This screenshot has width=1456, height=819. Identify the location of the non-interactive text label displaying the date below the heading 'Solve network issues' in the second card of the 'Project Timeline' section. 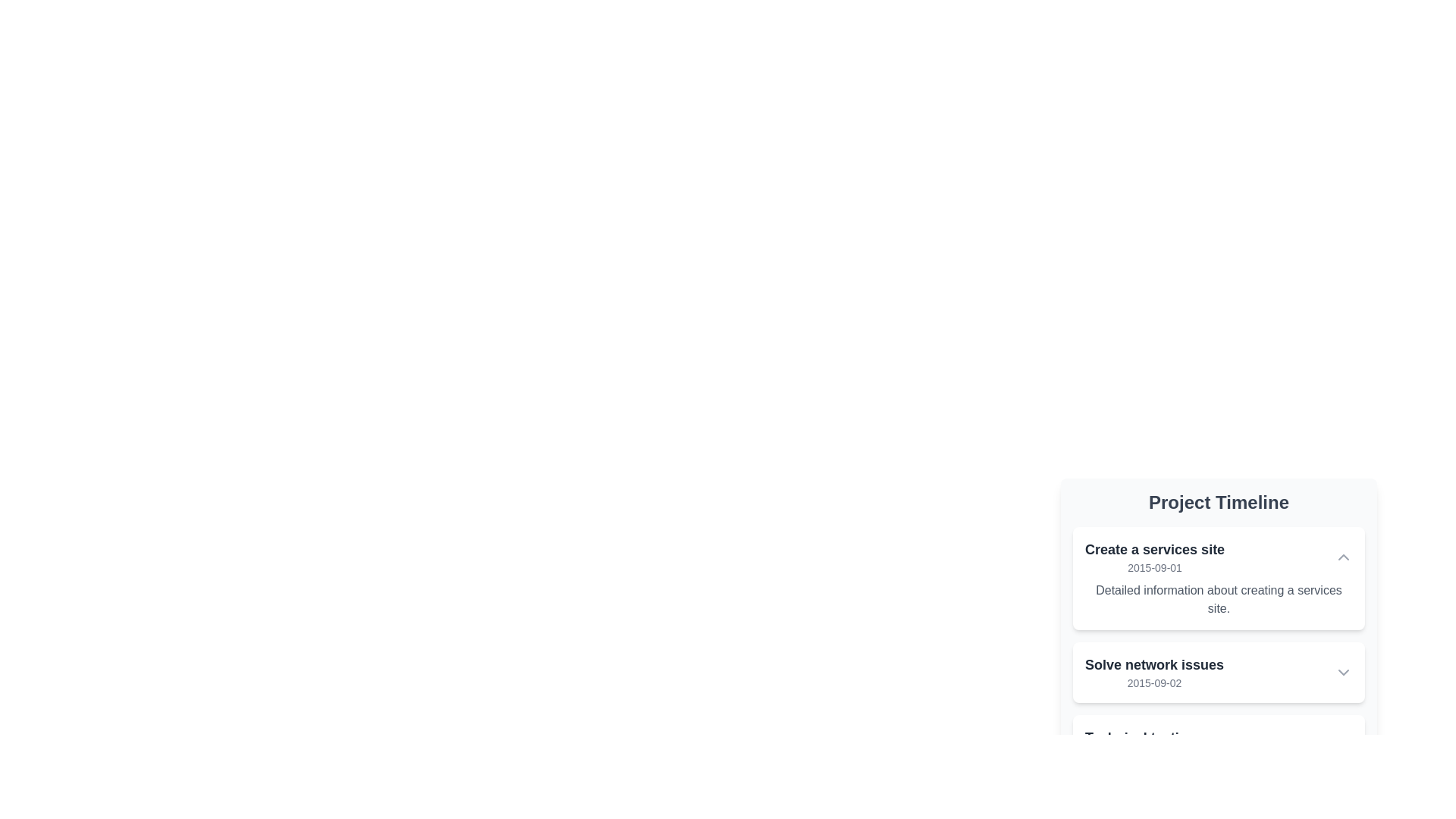
(1153, 683).